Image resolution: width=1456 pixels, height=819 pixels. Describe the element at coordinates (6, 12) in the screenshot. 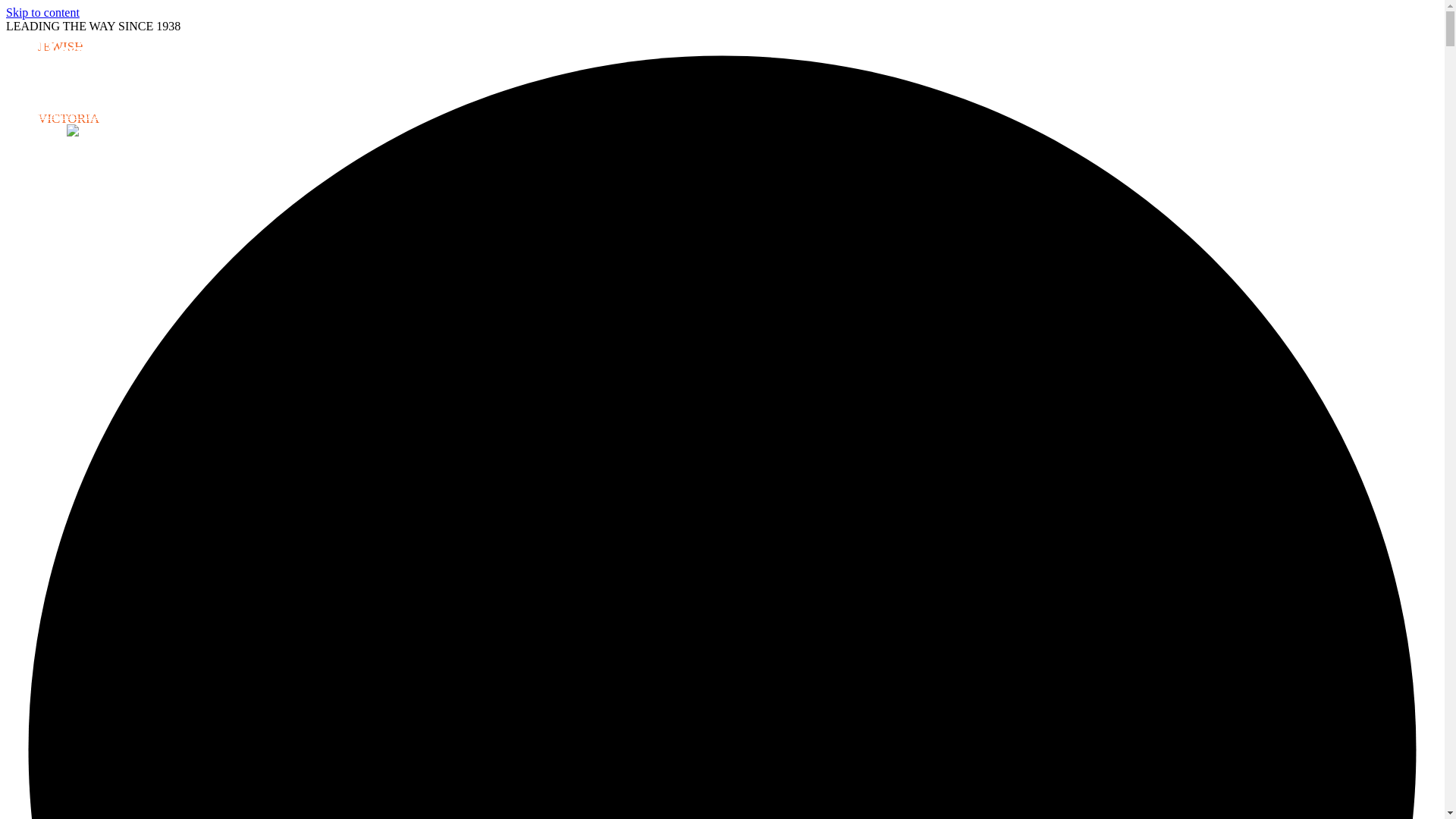

I see `'Skip to content'` at that location.